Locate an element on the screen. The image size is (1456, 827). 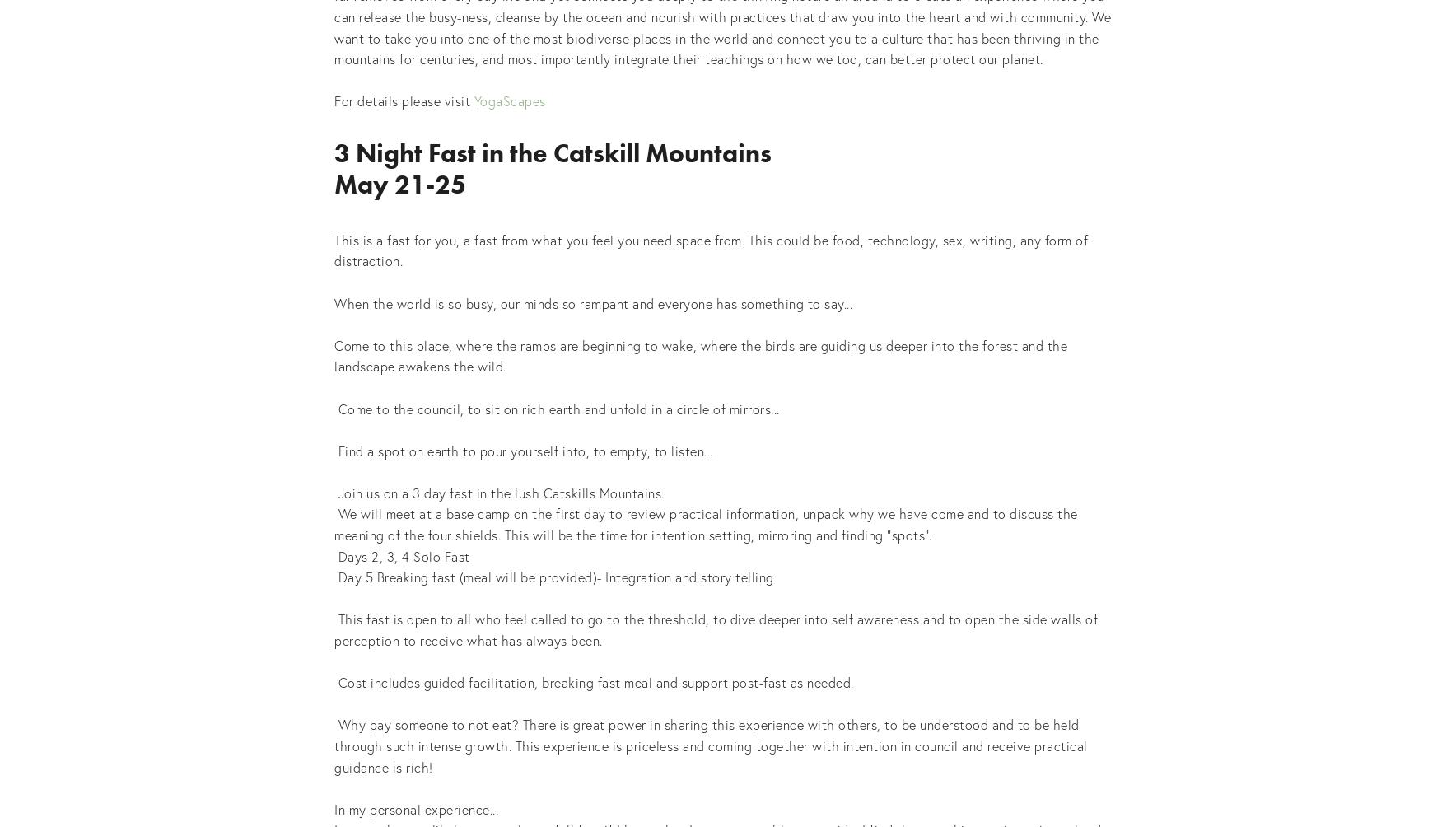
'3 Night Fast in the Catskill Mountains' is located at coordinates (556, 152).